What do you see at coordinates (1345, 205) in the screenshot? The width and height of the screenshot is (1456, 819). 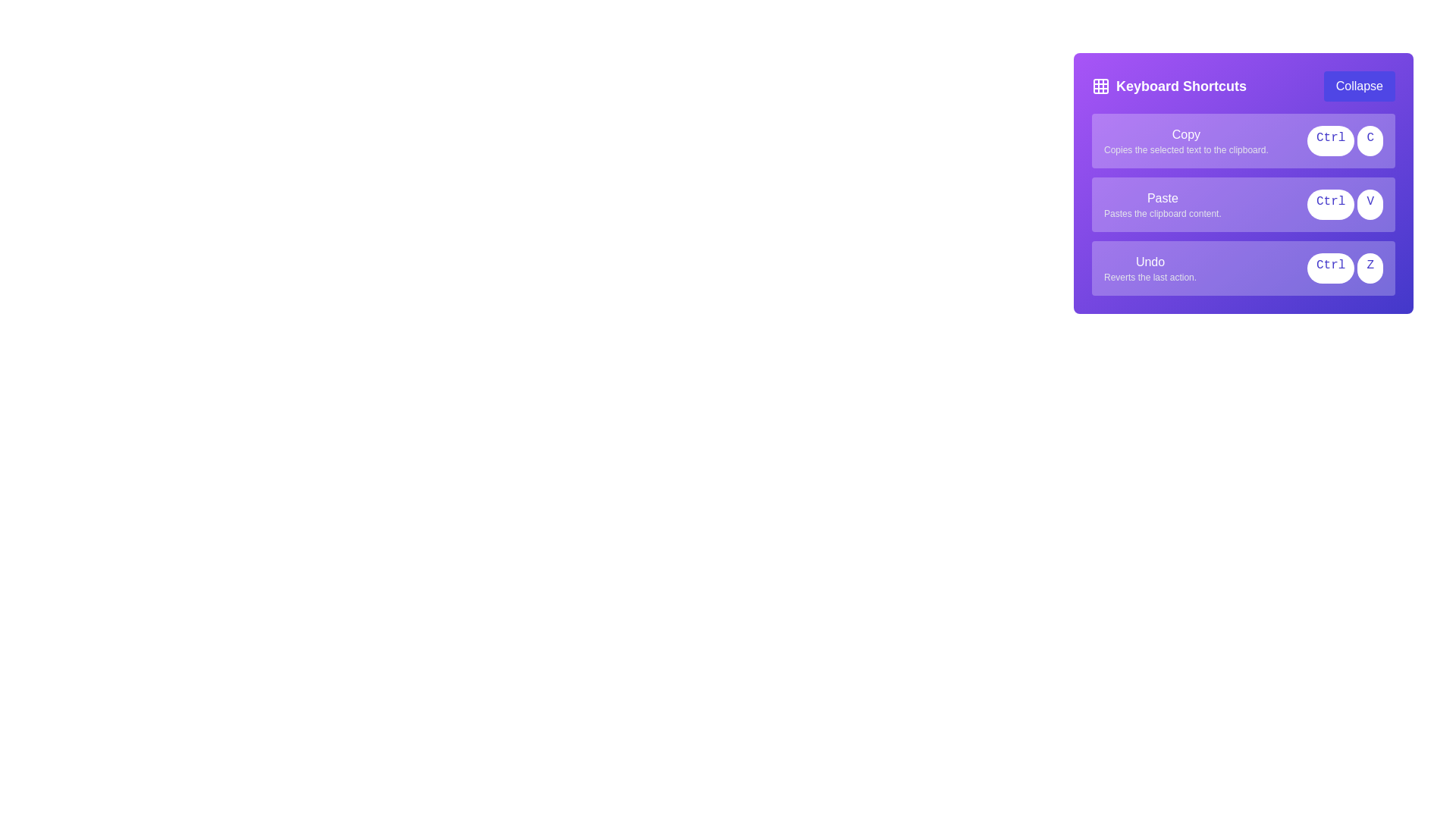 I see `the Keyboard Shortcut Indicator for the 'Paste' action, located on the right side of the 'Paste' action item in the keyboard shortcuts panel` at bounding box center [1345, 205].